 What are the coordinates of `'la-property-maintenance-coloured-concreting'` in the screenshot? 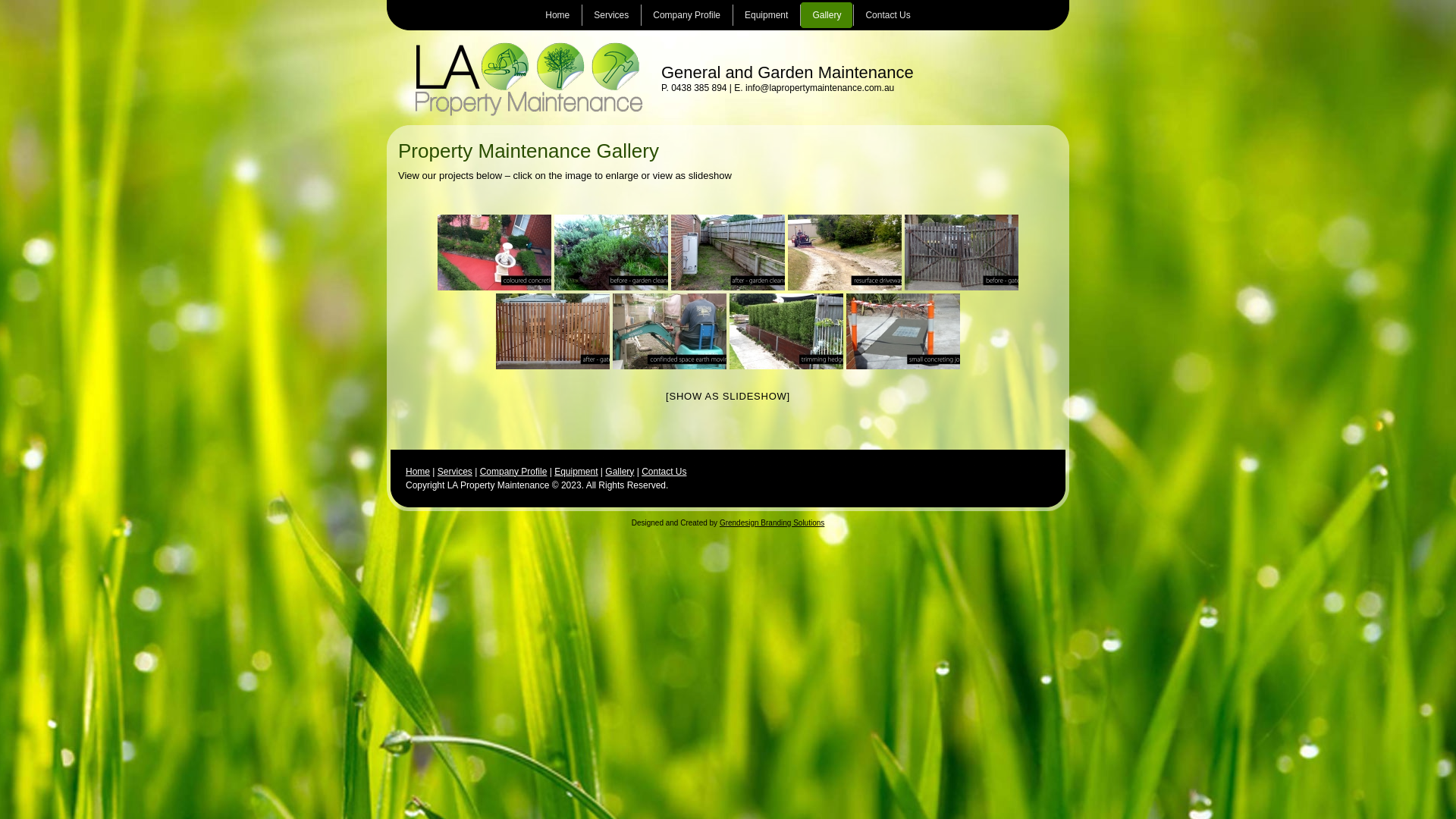 It's located at (494, 251).